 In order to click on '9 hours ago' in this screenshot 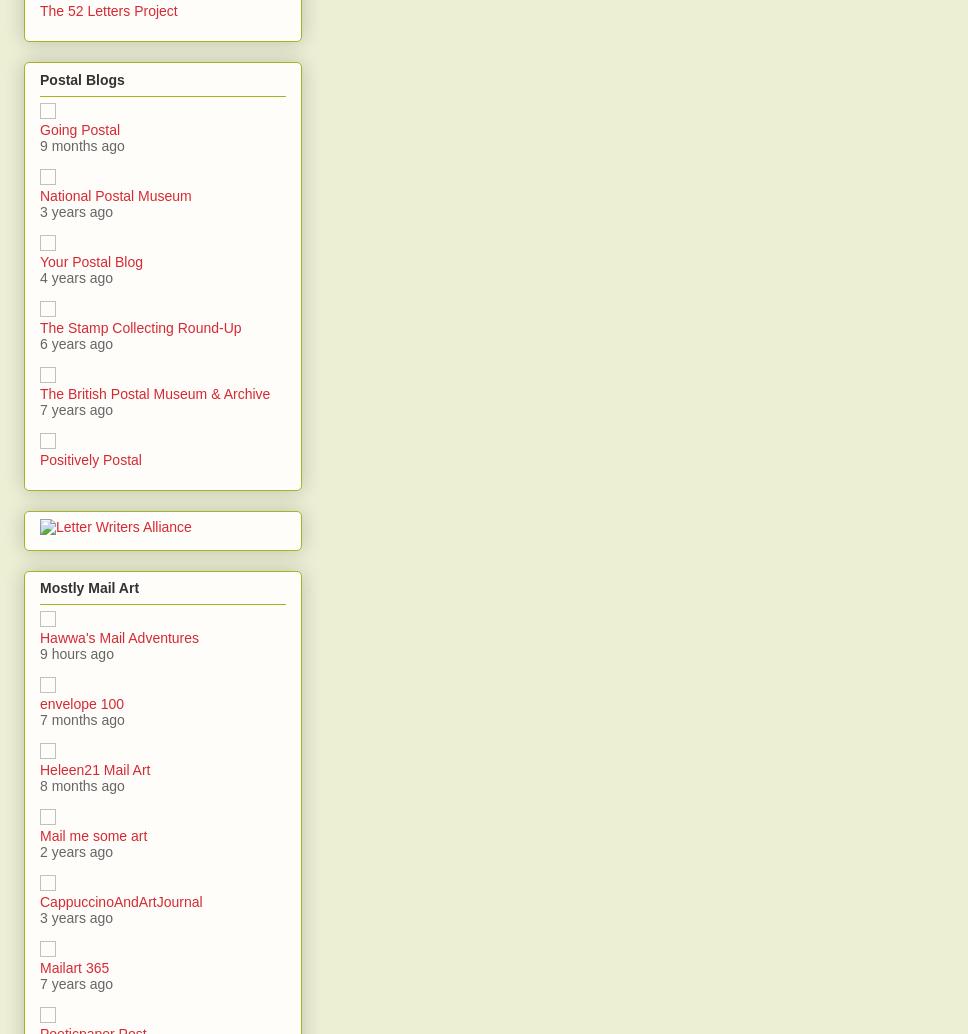, I will do `click(39, 654)`.